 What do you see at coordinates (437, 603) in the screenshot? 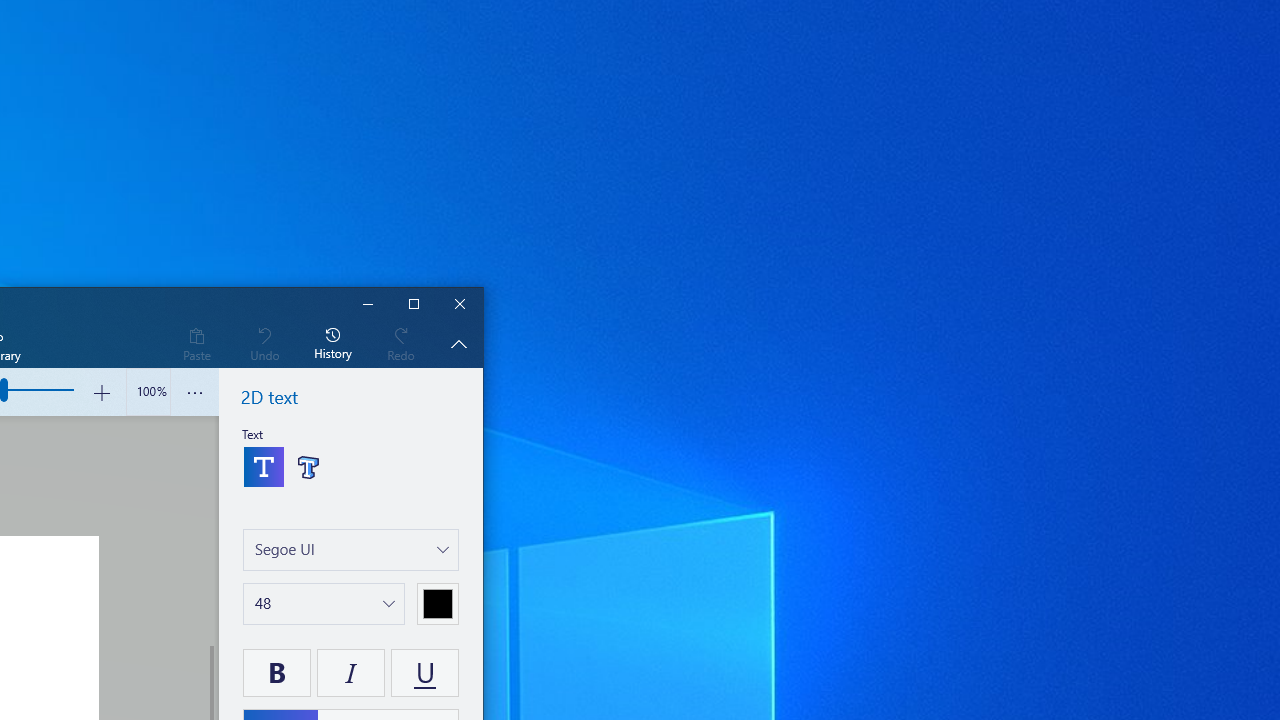
I see `'Choose a color'` at bounding box center [437, 603].